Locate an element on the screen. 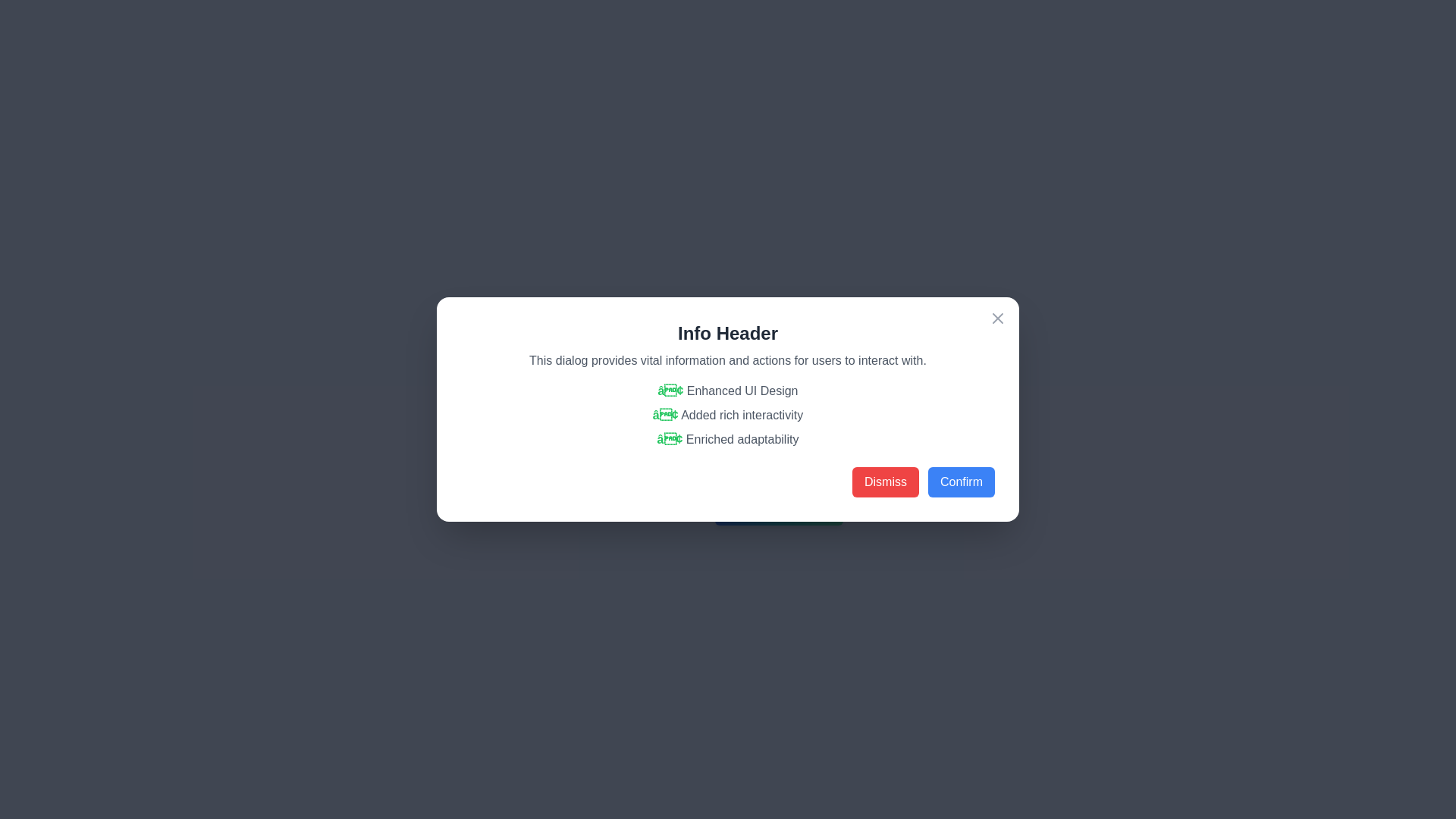  the design of the bullet point that indicates the list item 'Enhanced UI Design', located at the top of the modal dialog, aligned to the left of the text is located at coordinates (670, 390).